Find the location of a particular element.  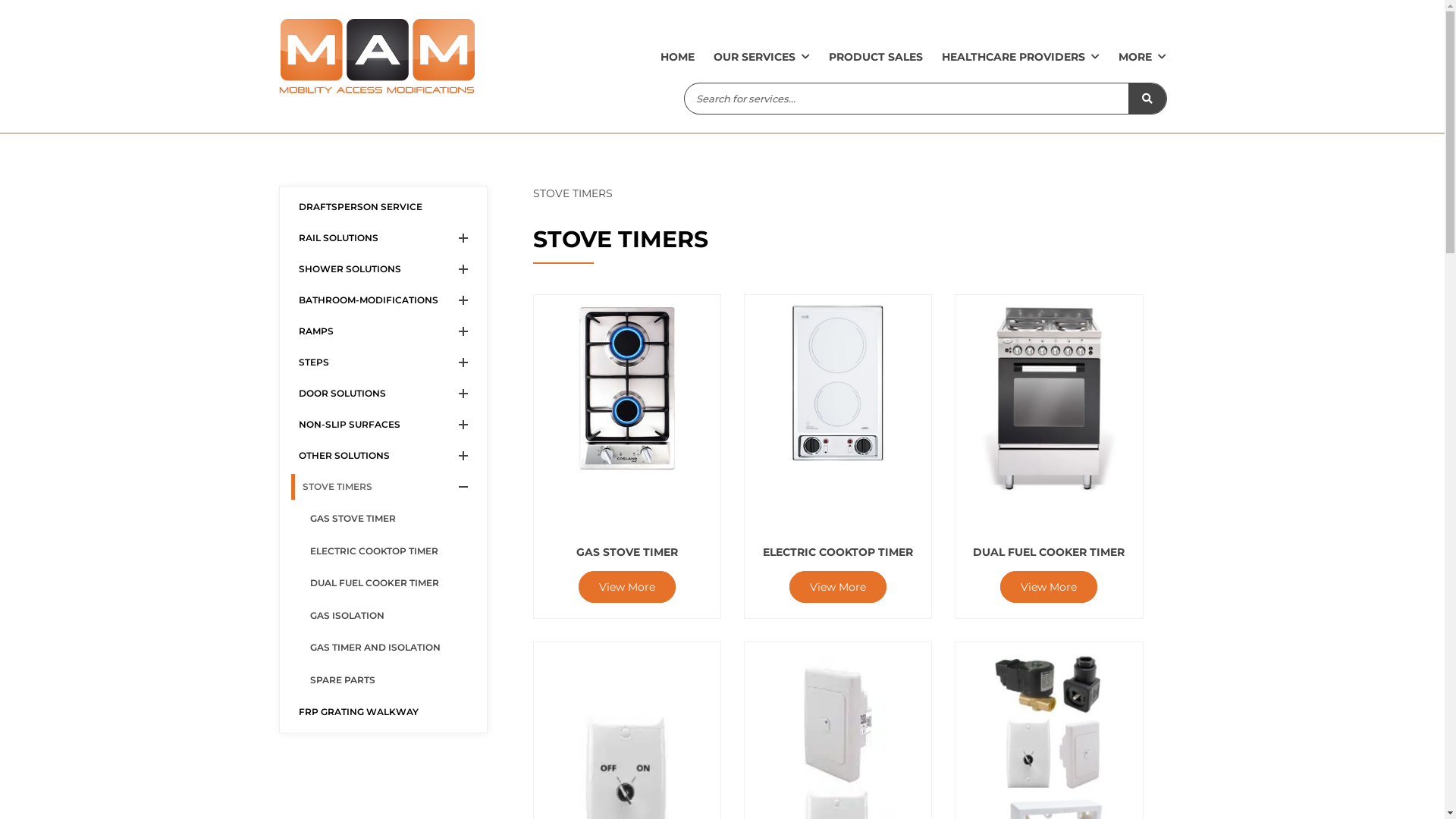

'ELECTRIC COOKTOP TIMER' is located at coordinates (302, 551).